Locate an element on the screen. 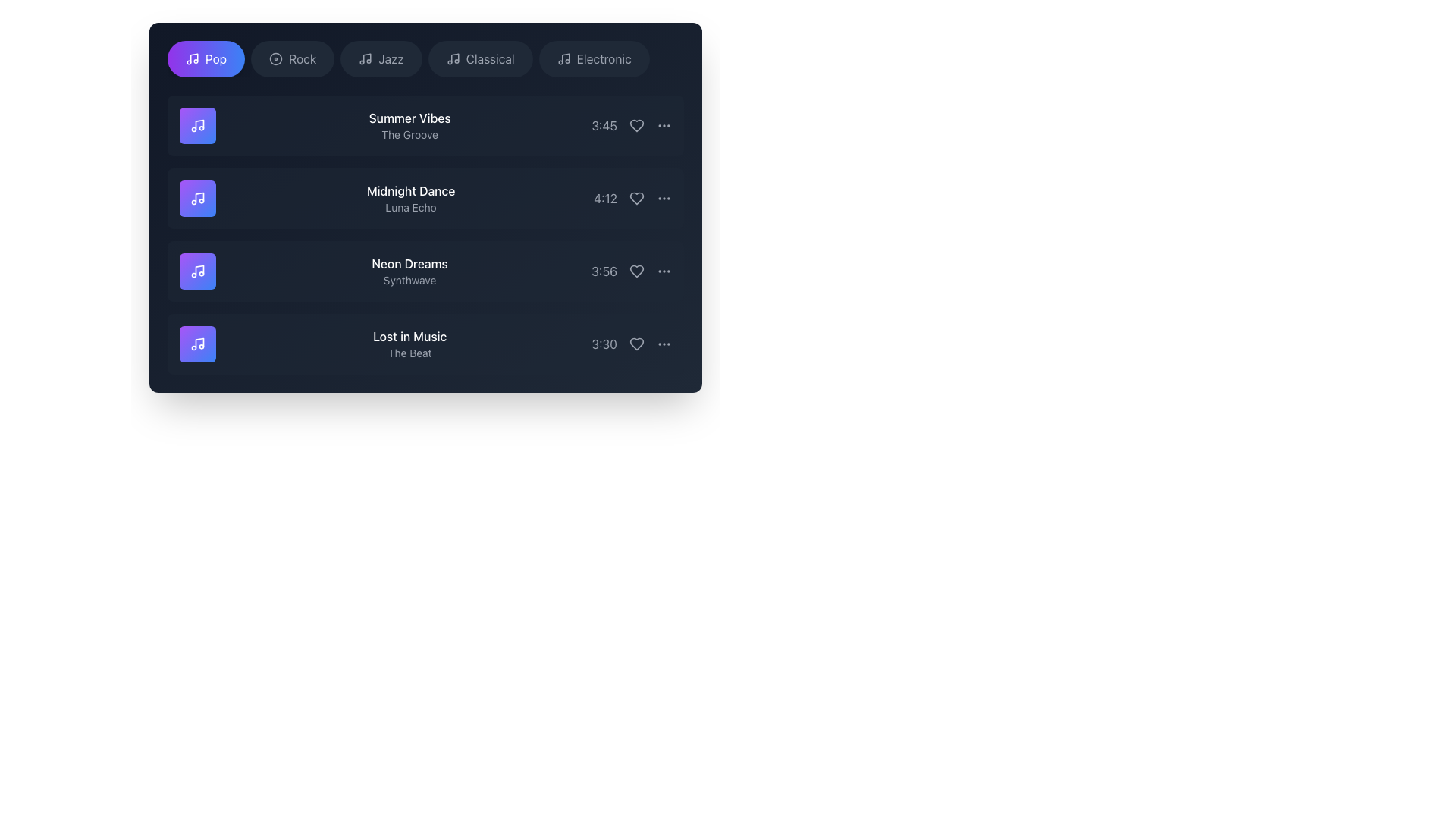 The height and width of the screenshot is (819, 1456). the 'Electronic' genre label, which is the last item in a horizontal list of music genre labels is located at coordinates (603, 58).